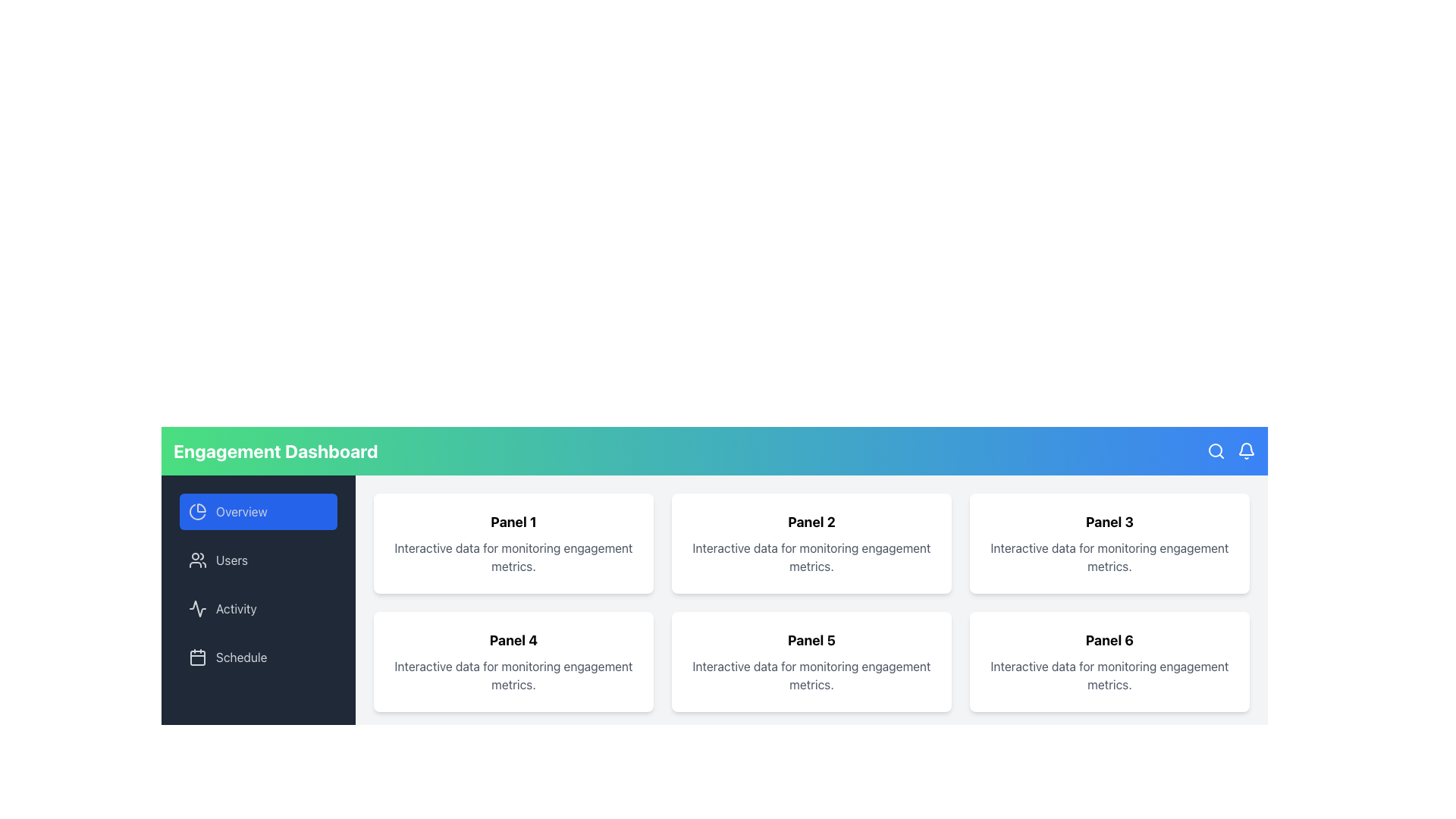 This screenshot has height=819, width=1456. Describe the element at coordinates (1216, 450) in the screenshot. I see `the Icon button located at the top-right corner of the interface` at that location.